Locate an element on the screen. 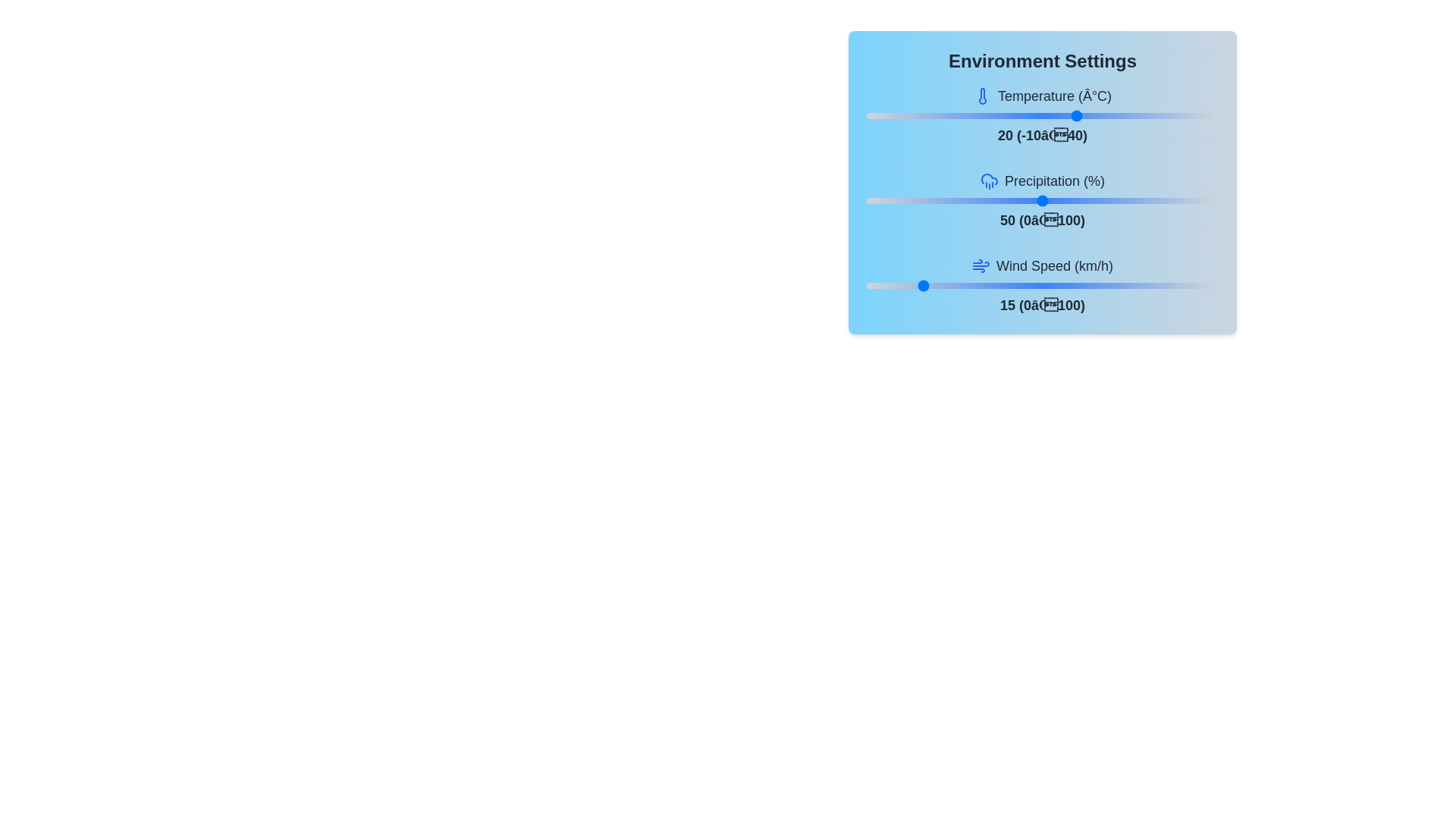  the temperature is located at coordinates (1175, 115).